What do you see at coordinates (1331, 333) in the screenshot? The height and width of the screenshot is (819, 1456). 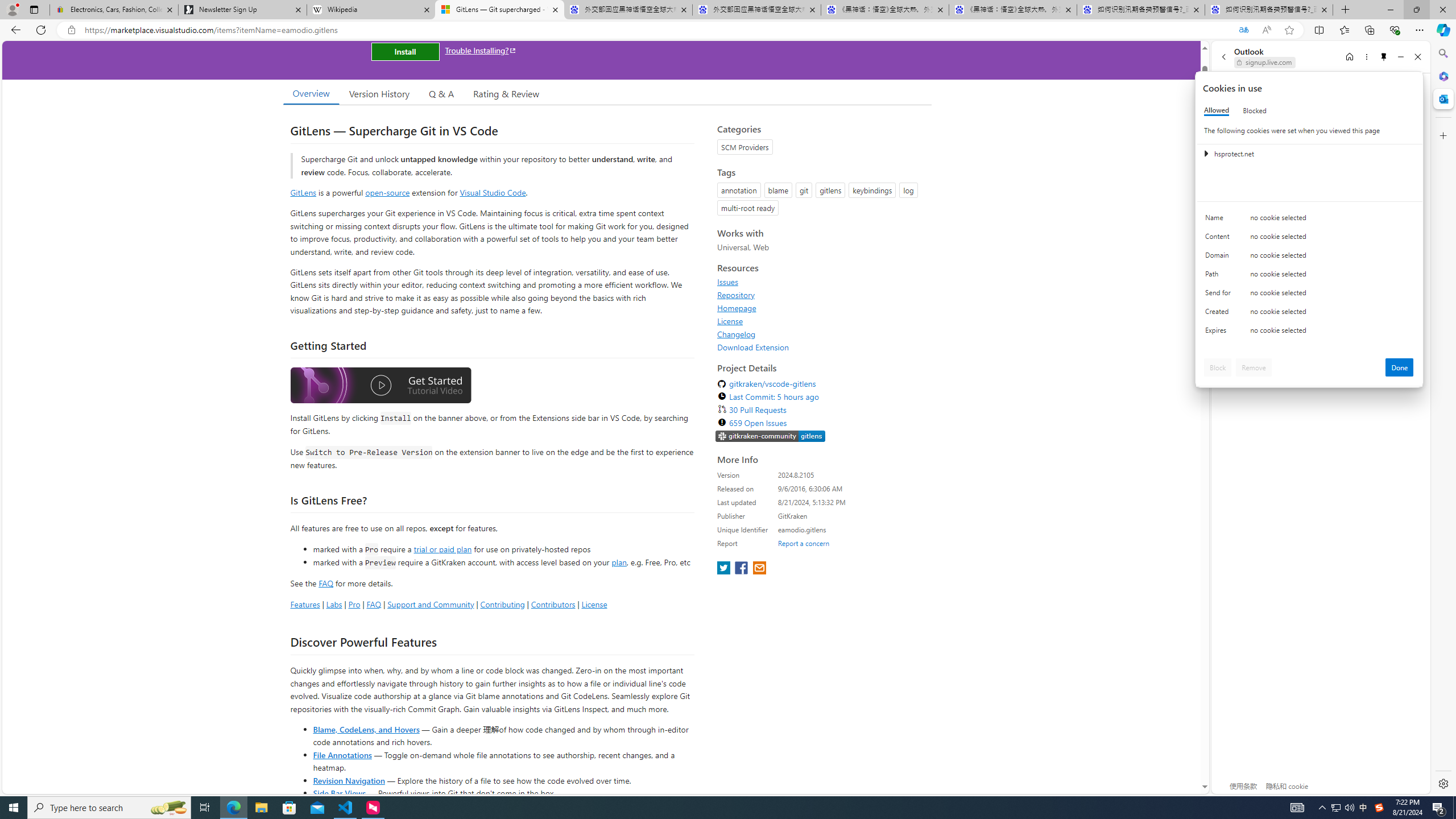 I see `'no cookie selected'` at bounding box center [1331, 333].